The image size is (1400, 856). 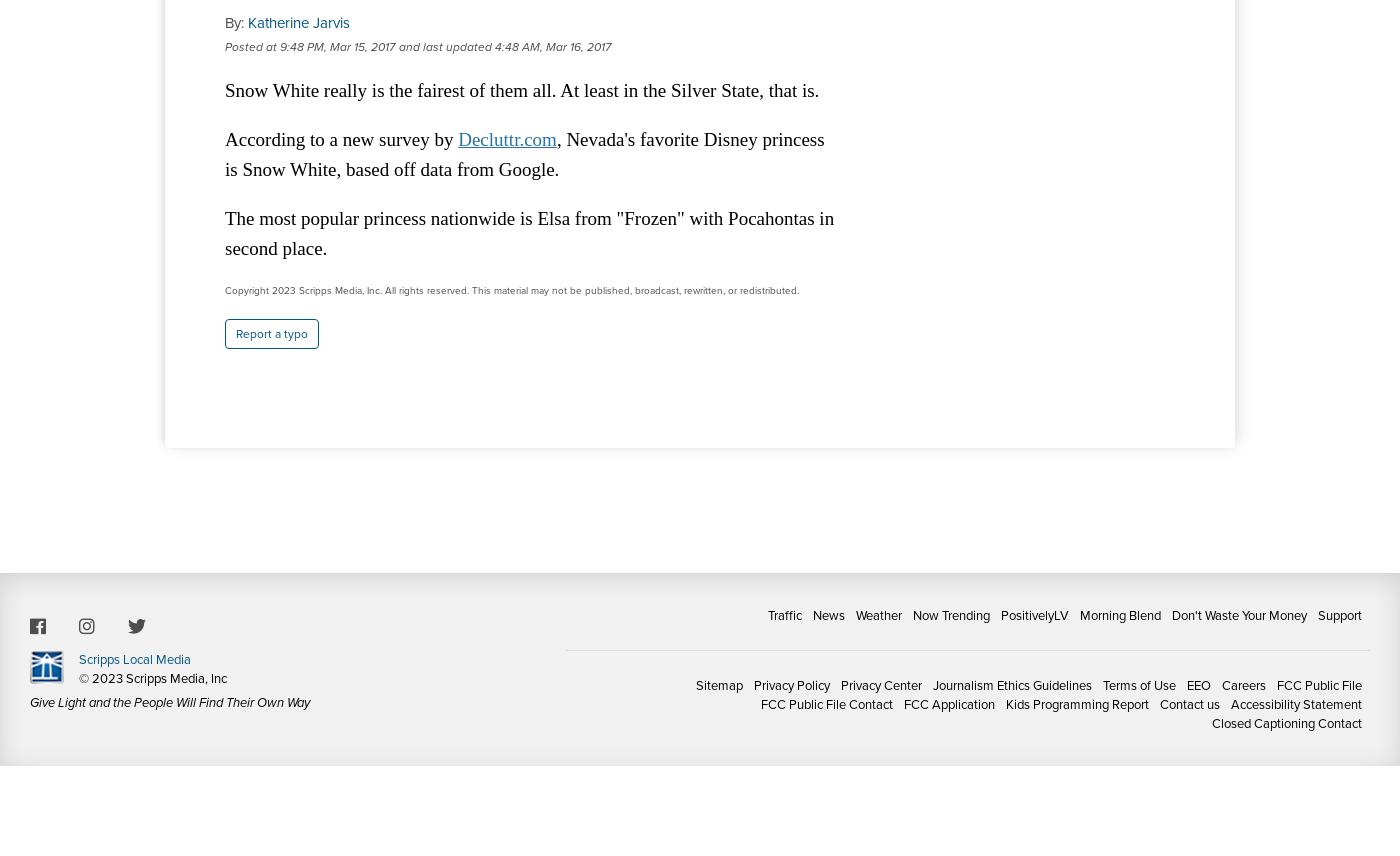 What do you see at coordinates (1001, 614) in the screenshot?
I see `'PositivelyLV'` at bounding box center [1001, 614].